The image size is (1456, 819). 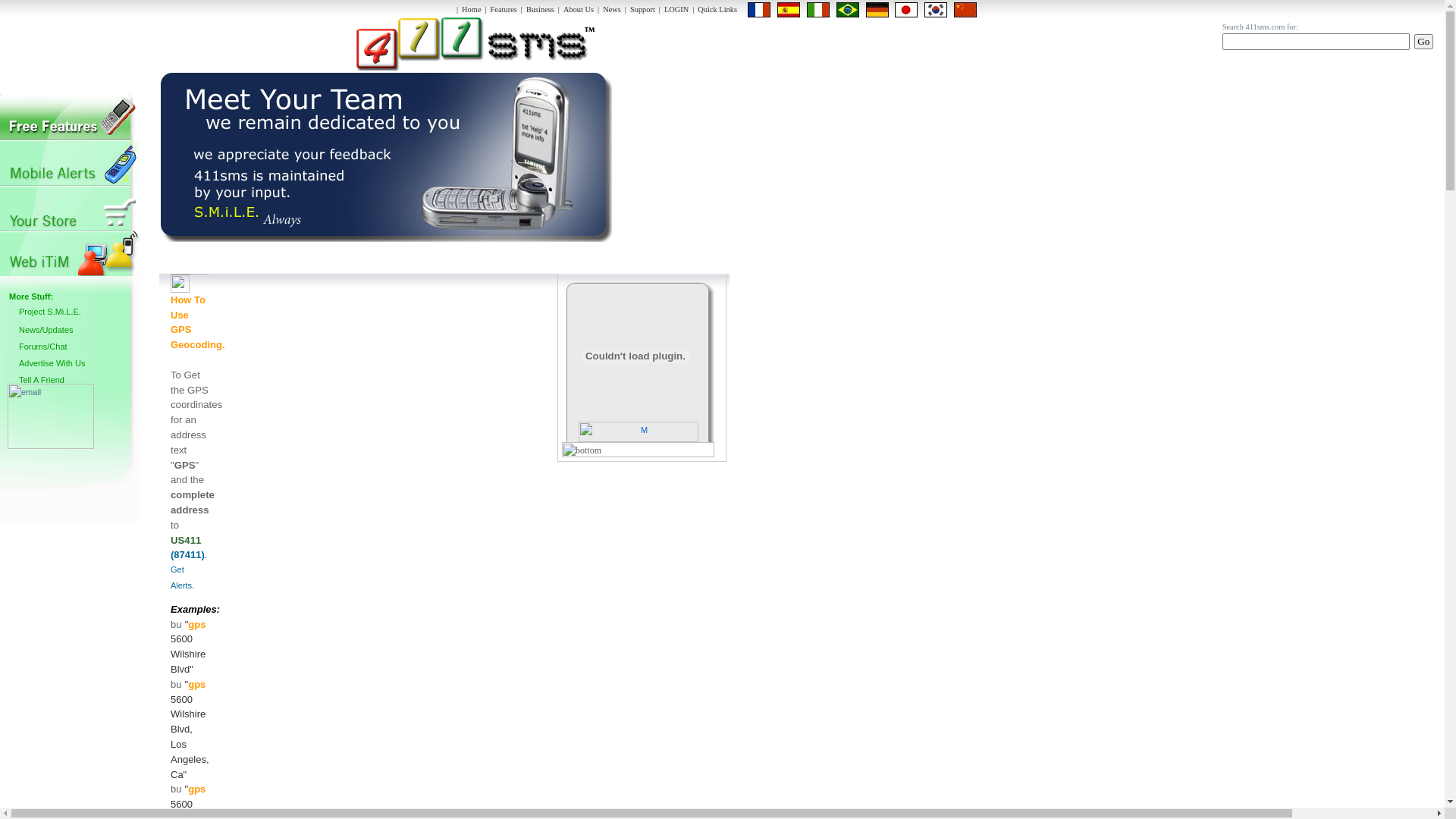 I want to click on 'en|es', so click(x=789, y=9).